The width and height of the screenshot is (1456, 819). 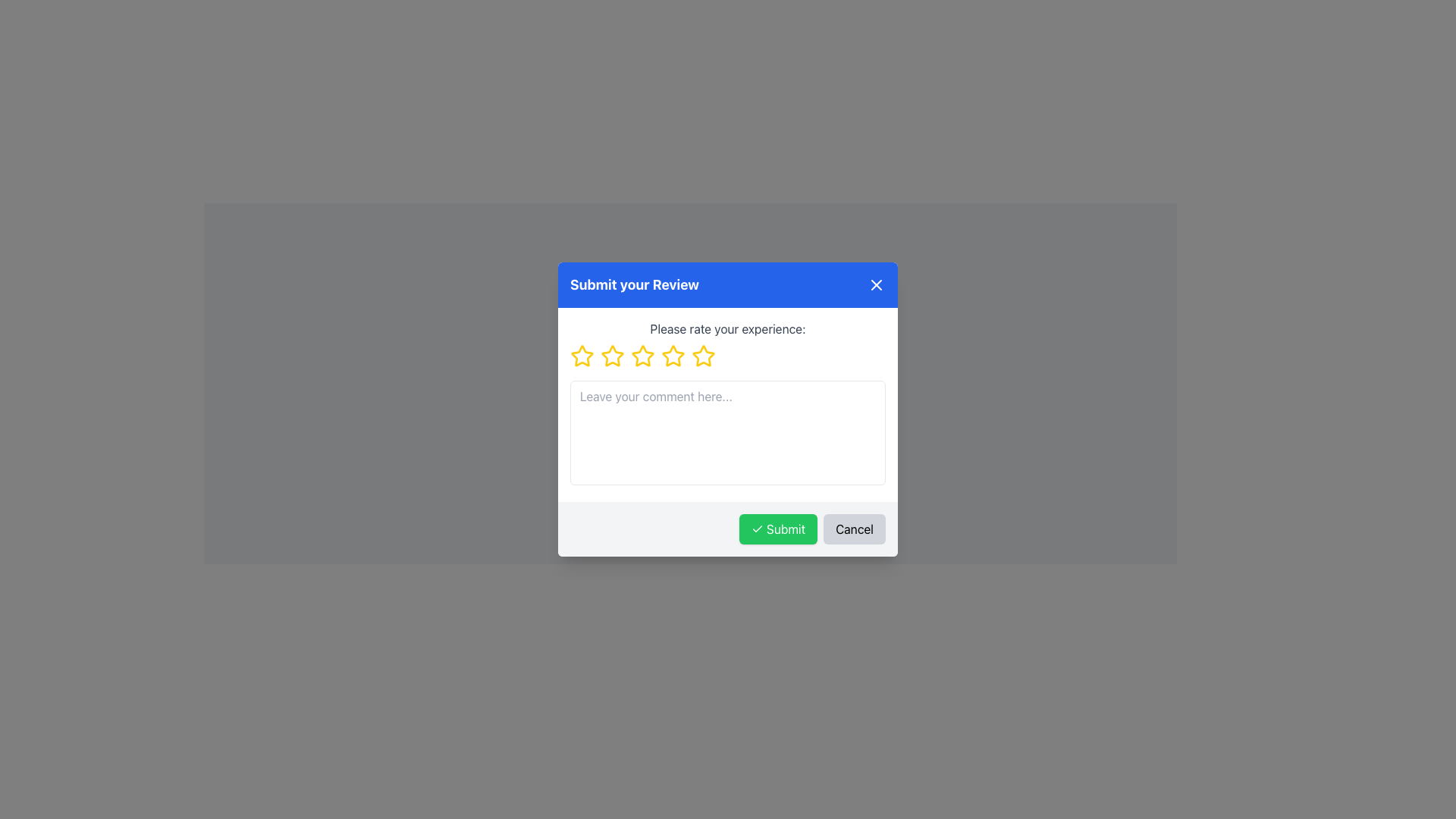 I want to click on the close icon located in the top-right corner of the modal dialog's blue header bar, so click(x=877, y=284).